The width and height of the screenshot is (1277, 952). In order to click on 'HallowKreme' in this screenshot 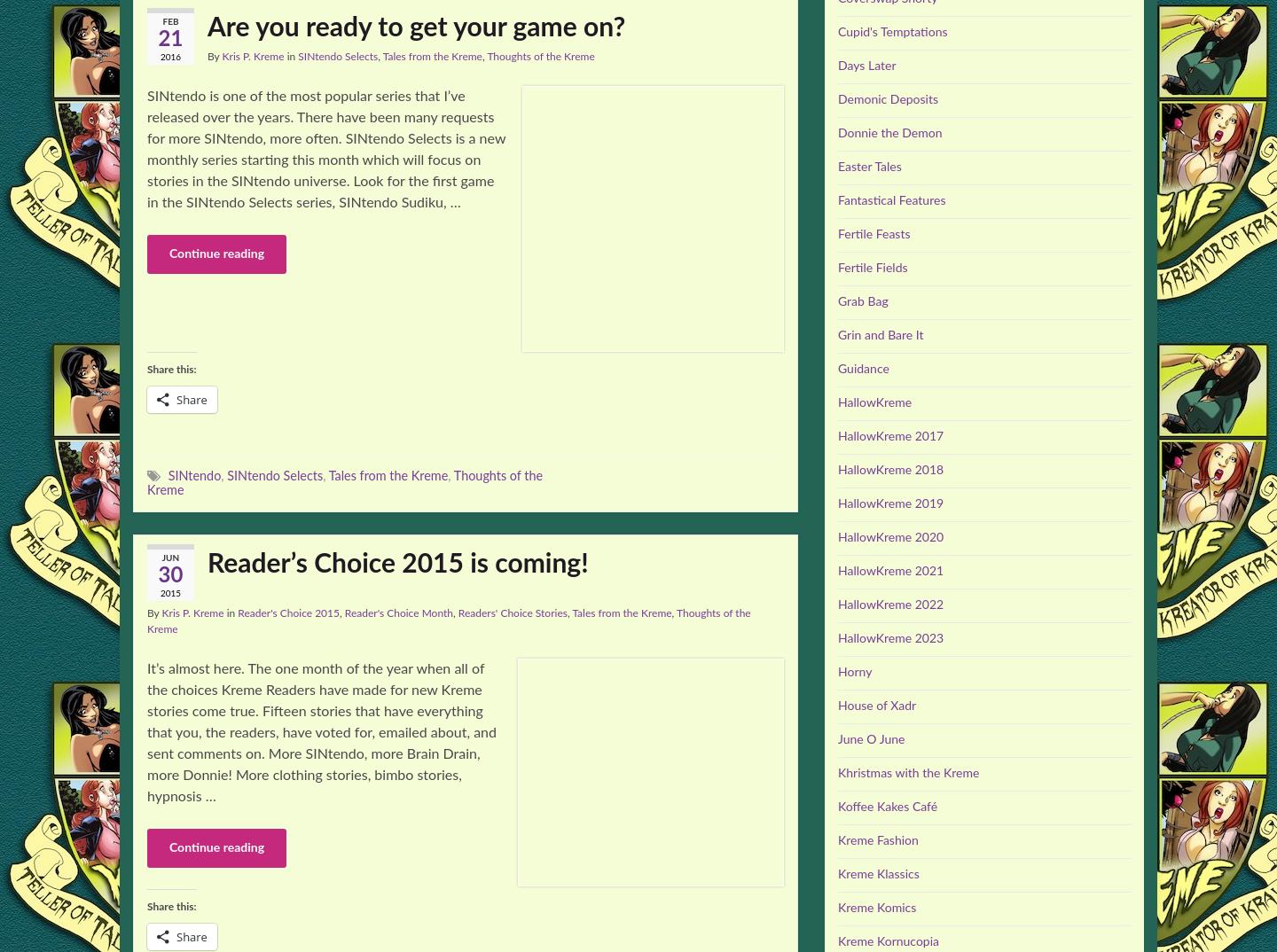, I will do `click(874, 402)`.